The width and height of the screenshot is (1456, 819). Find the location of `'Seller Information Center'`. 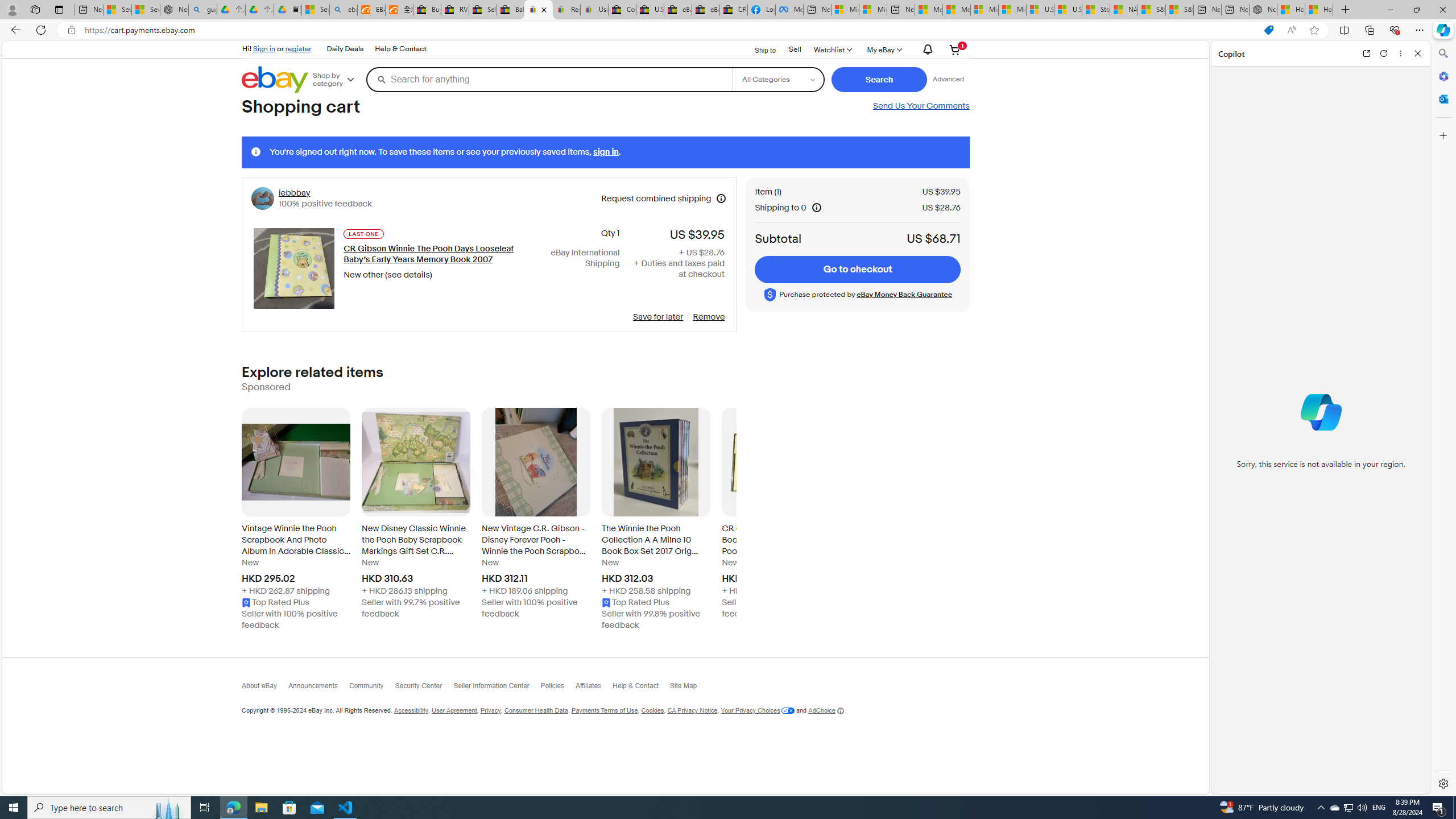

'Seller Information Center' is located at coordinates (496, 688).